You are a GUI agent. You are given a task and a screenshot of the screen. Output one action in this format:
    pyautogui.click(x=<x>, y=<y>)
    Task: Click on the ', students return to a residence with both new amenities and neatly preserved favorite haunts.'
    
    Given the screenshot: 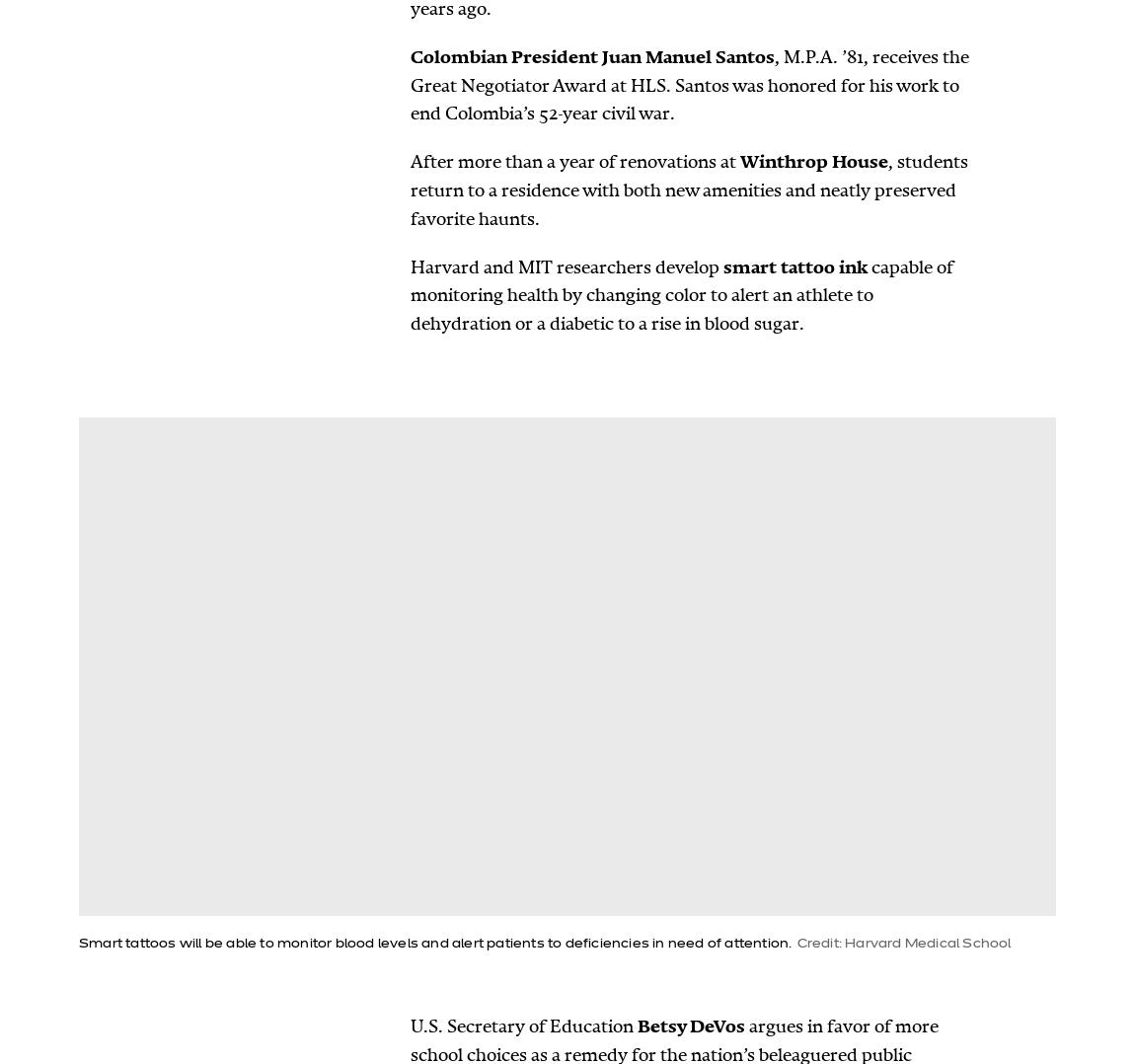 What is the action you would take?
    pyautogui.click(x=410, y=189)
    